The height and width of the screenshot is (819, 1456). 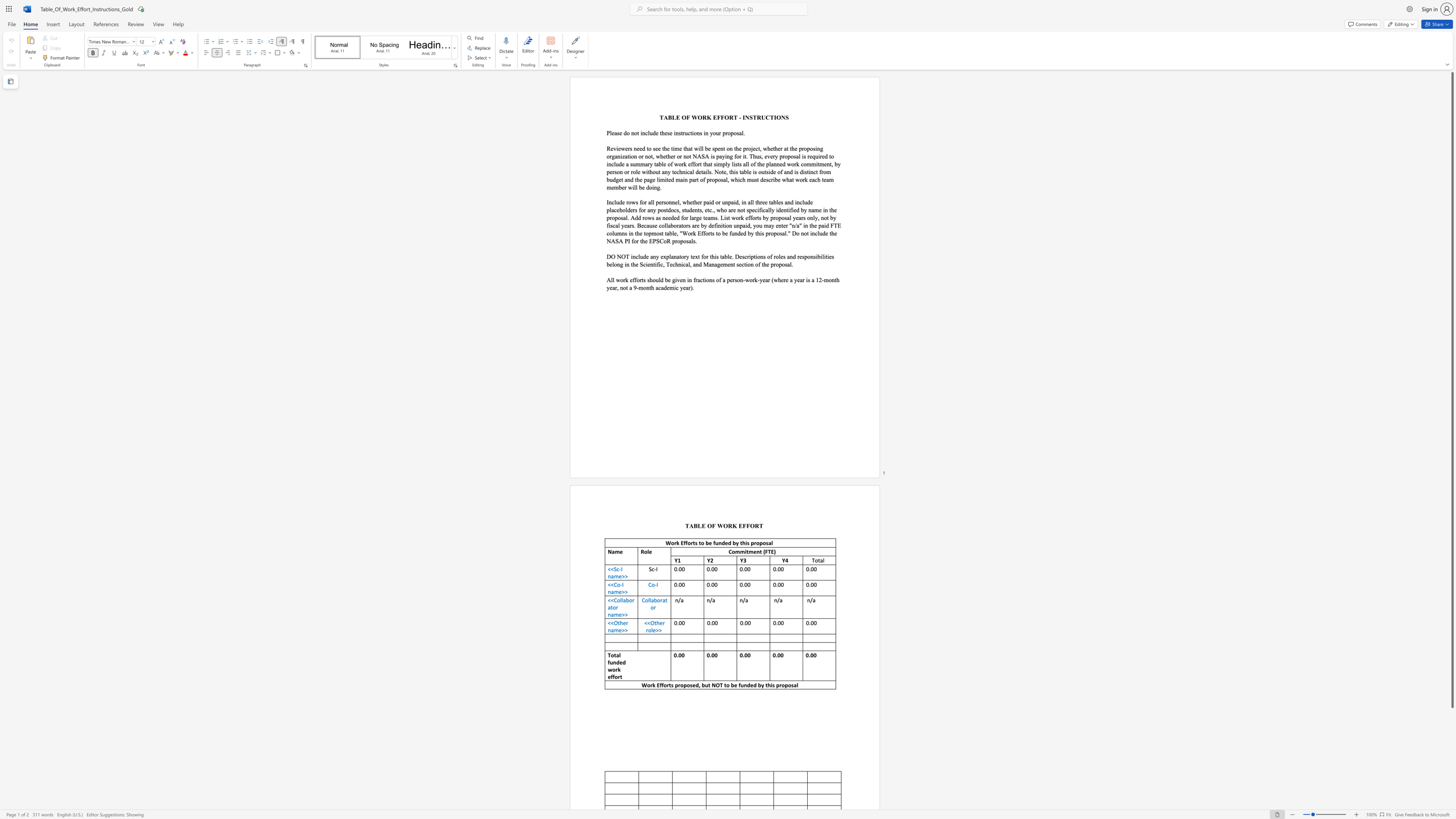 I want to click on the scrollbar to move the view down, so click(x=1451, y=720).